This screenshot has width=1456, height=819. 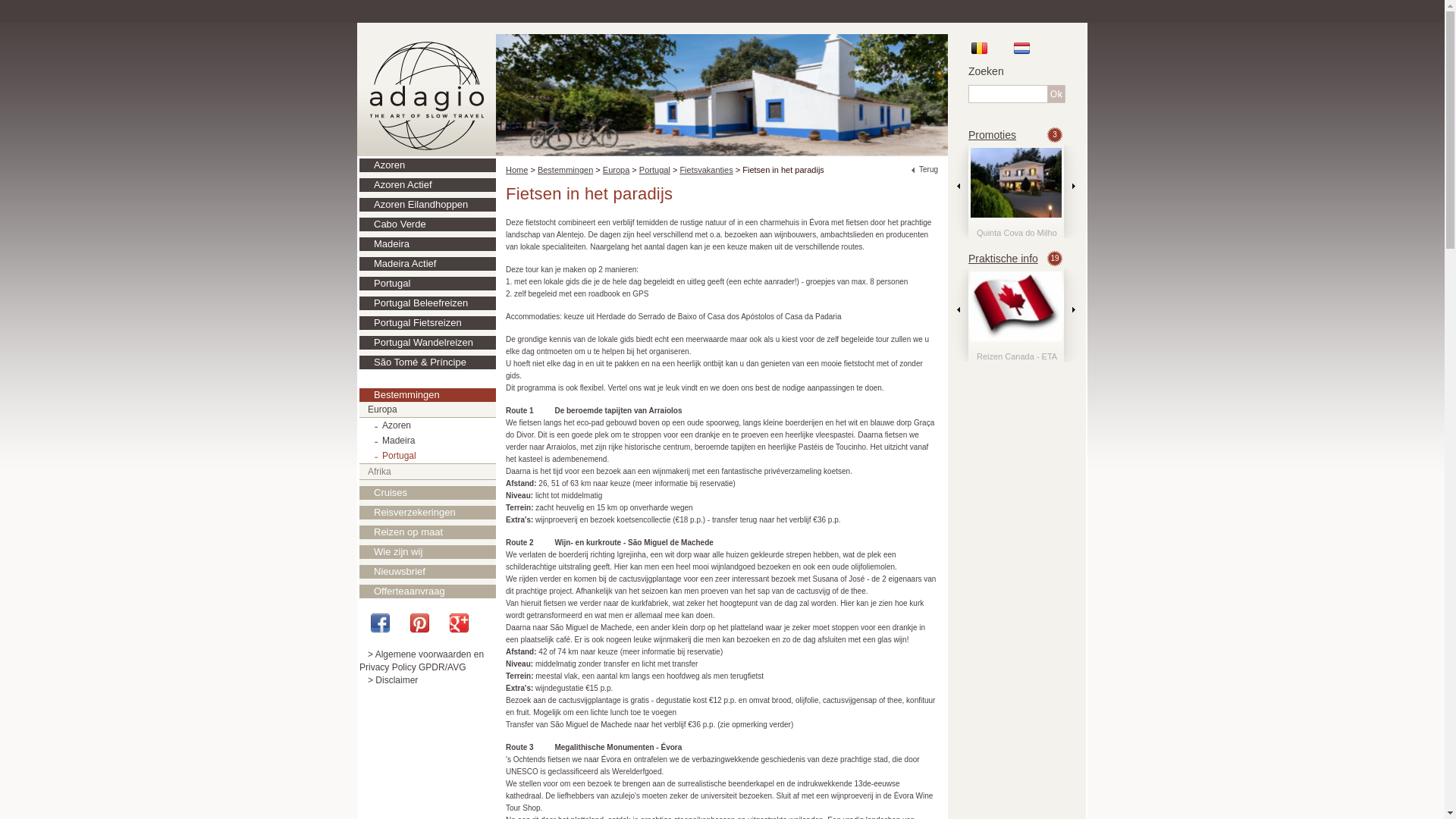 What do you see at coordinates (427, 243) in the screenshot?
I see `'Madeira'` at bounding box center [427, 243].